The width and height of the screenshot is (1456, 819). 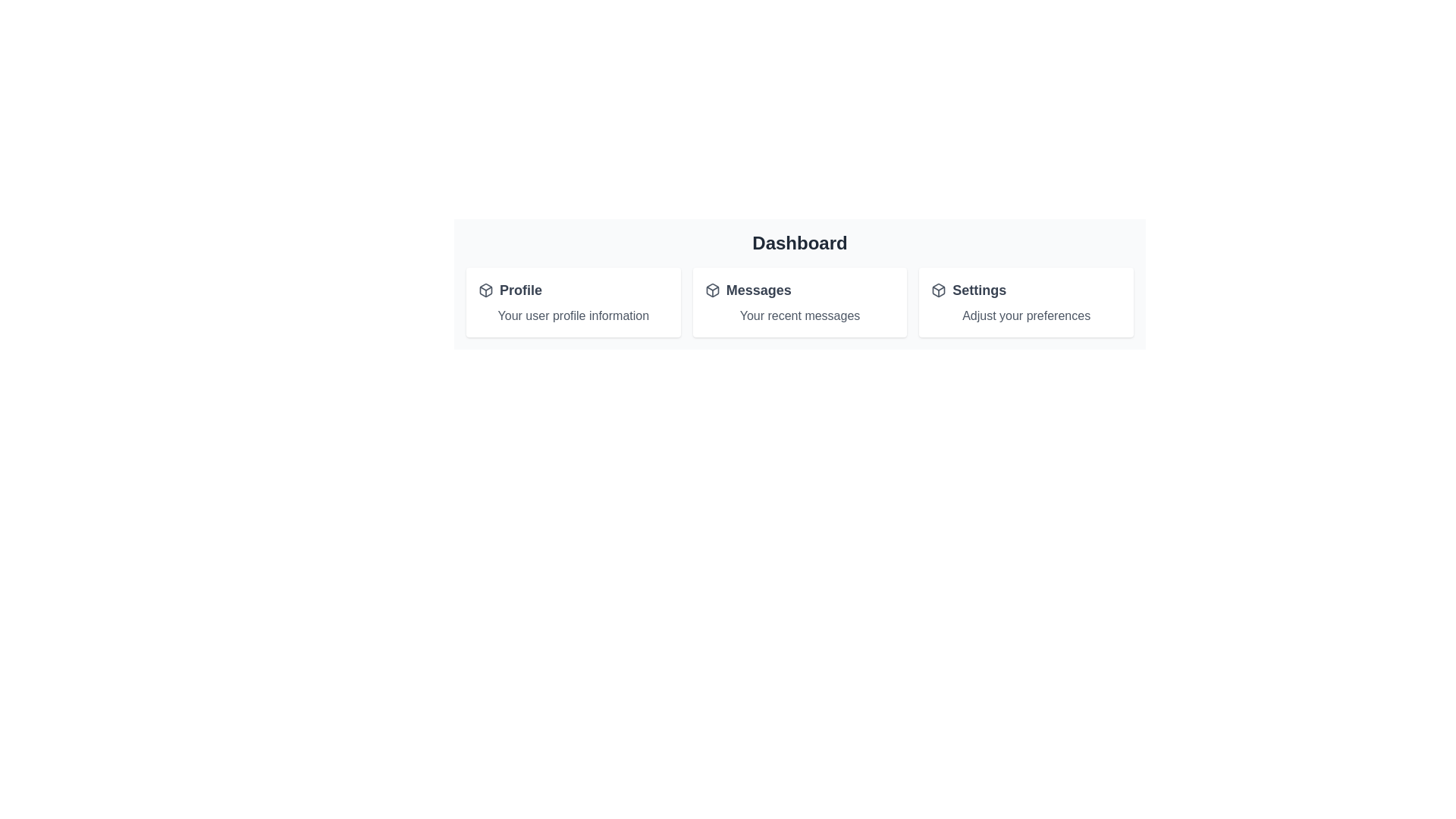 I want to click on the text label reading 'Adjust your preferences' located below the 'Settings' heading in the third card of the structured layout, so click(x=1026, y=315).